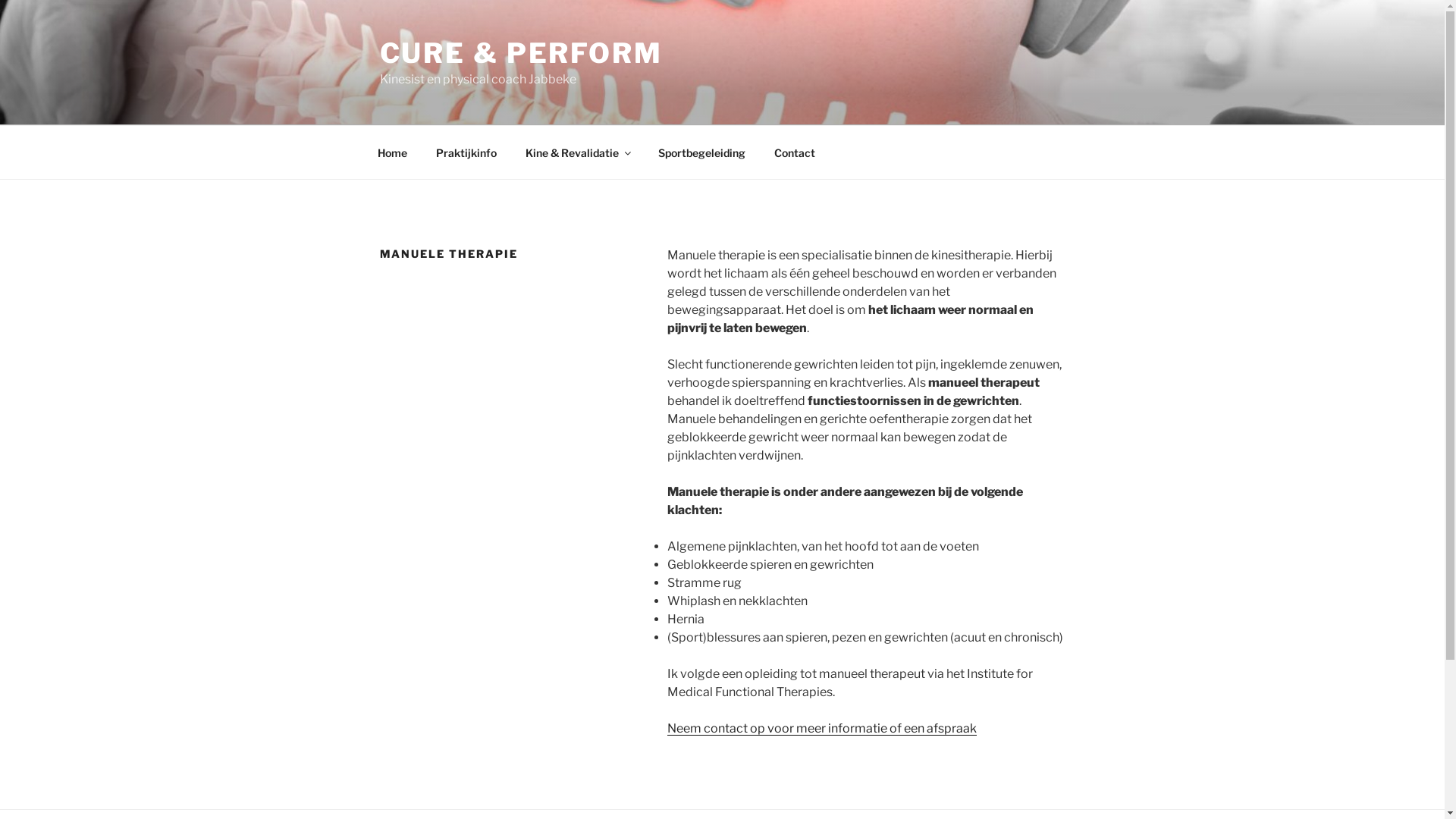 This screenshot has height=819, width=1456. I want to click on 'Kine & Revalidatie', so click(577, 152).